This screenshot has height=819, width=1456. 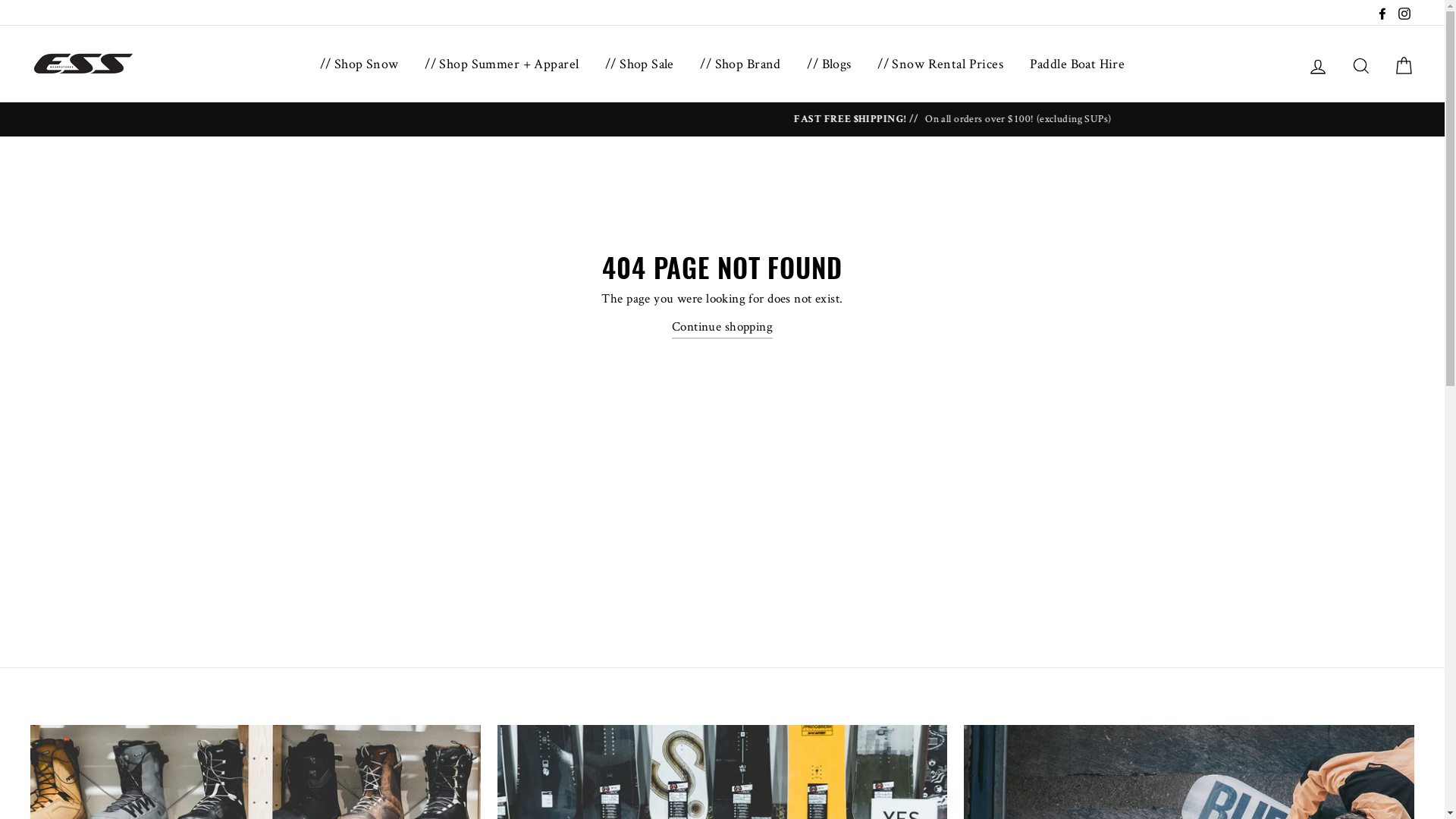 I want to click on 'Paddle Boat Hire', so click(x=1076, y=63).